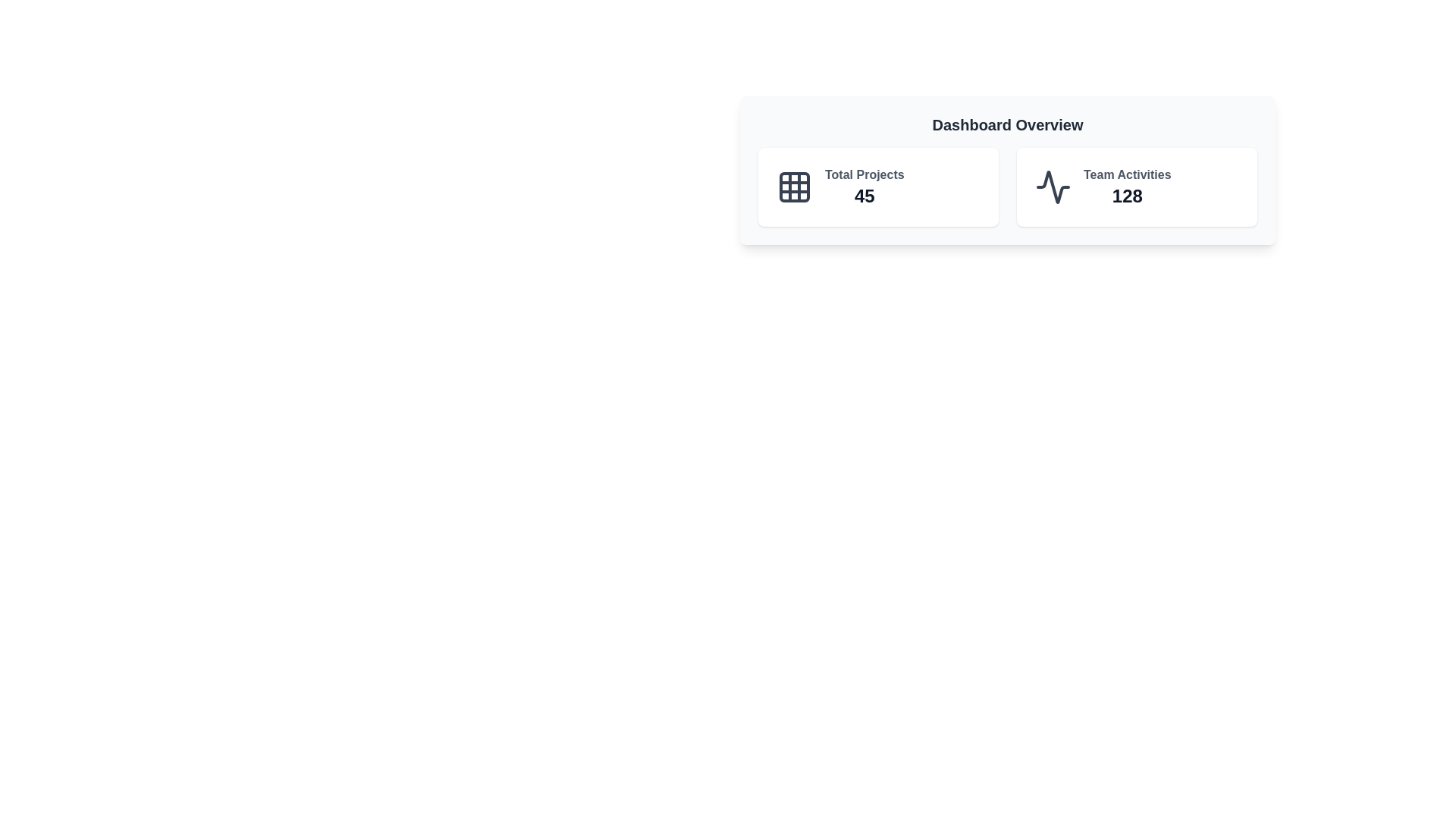 The width and height of the screenshot is (1456, 819). I want to click on the static text component displaying 'Total Projects' with the number '45', so click(864, 186).